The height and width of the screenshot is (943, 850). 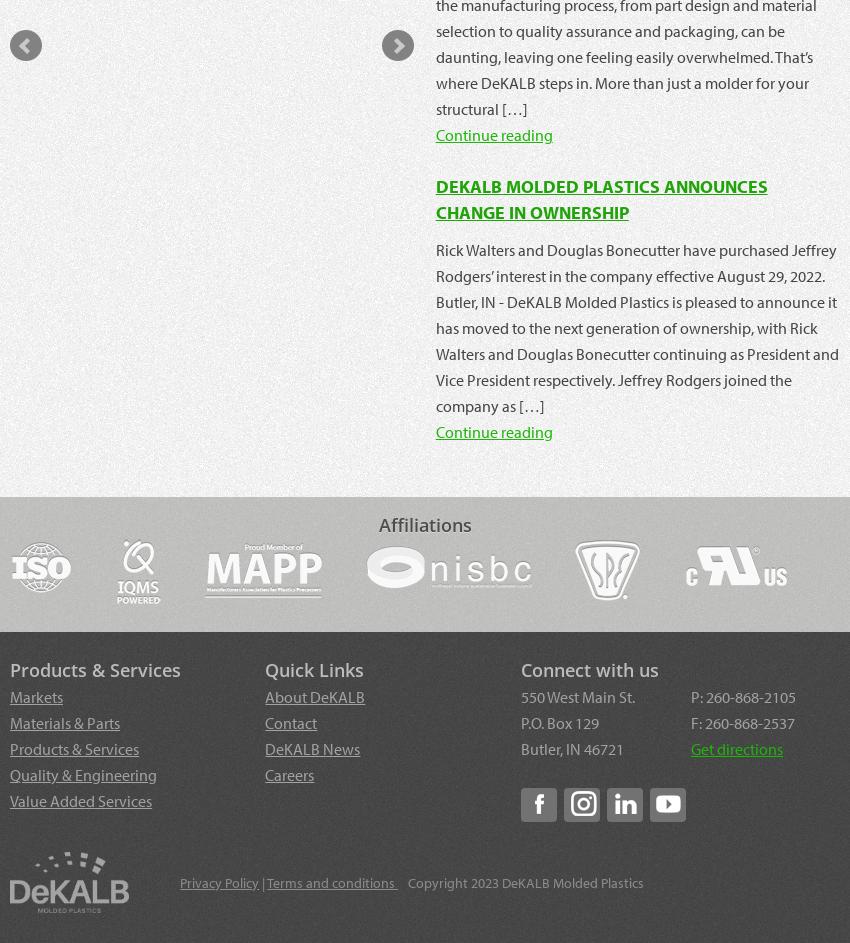 I want to click on 'P.O. Box 129', so click(x=558, y=720).